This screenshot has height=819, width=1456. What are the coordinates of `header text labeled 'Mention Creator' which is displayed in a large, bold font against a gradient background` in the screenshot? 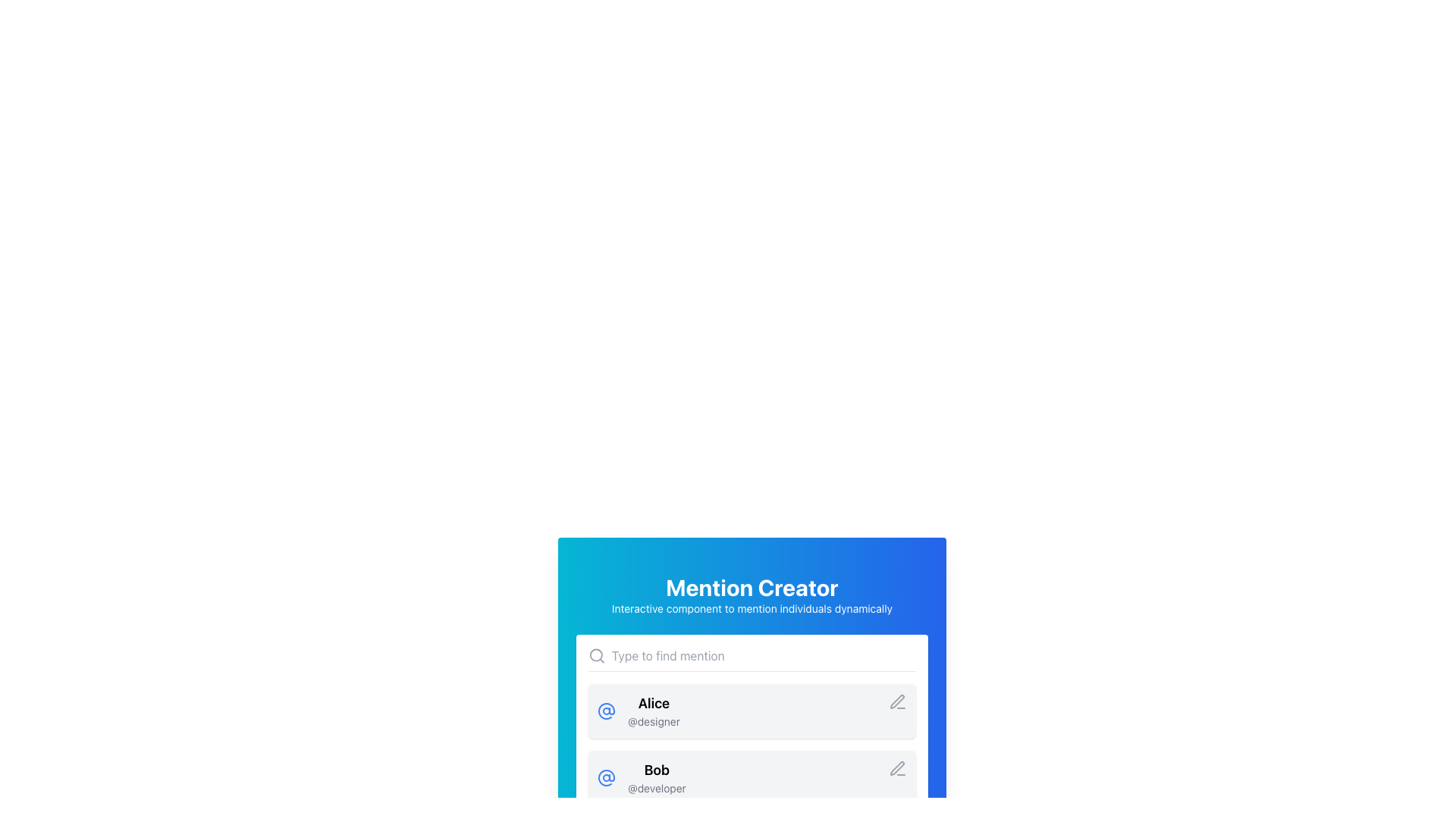 It's located at (752, 587).